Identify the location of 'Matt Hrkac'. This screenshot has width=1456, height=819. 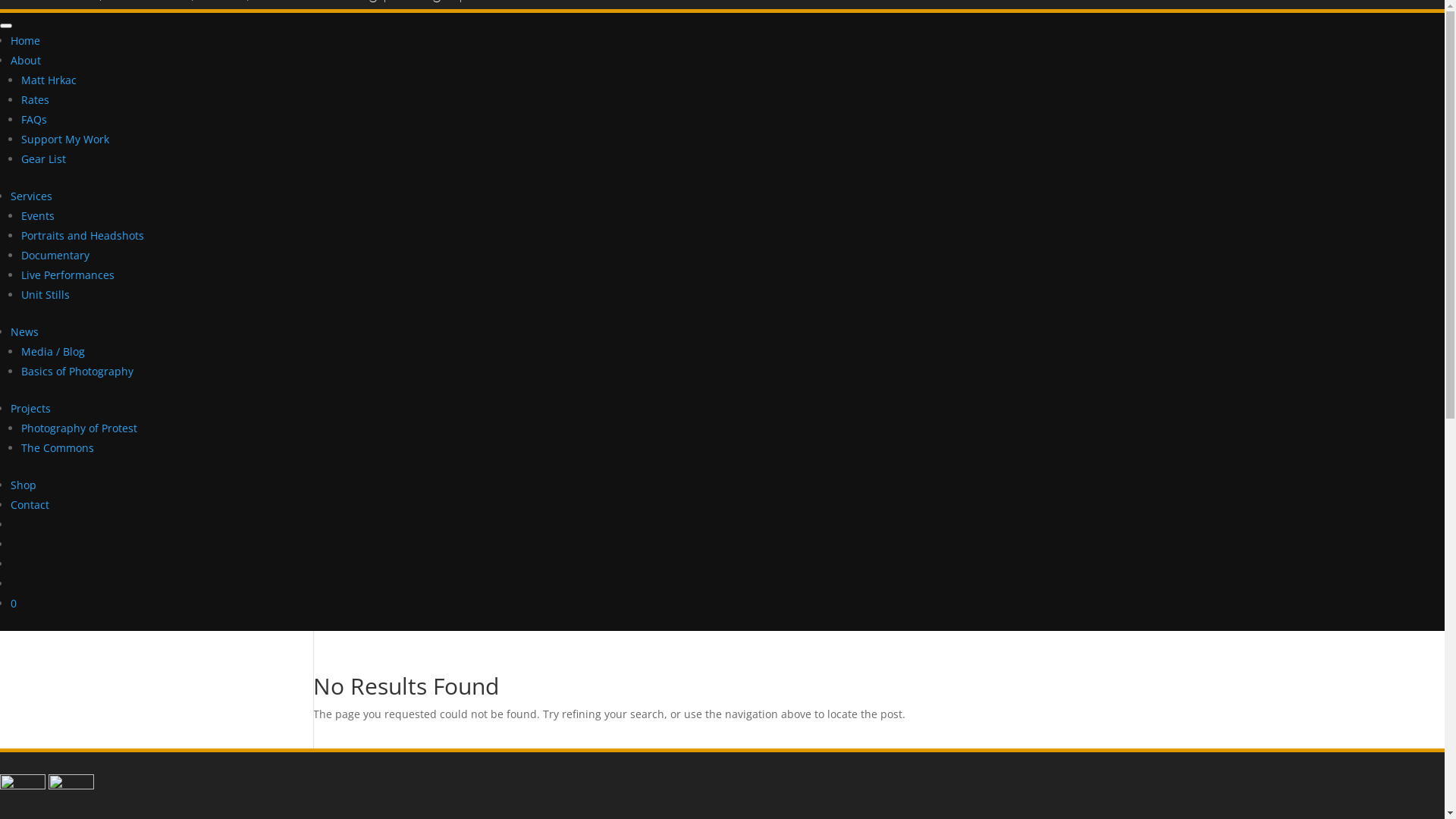
(49, 80).